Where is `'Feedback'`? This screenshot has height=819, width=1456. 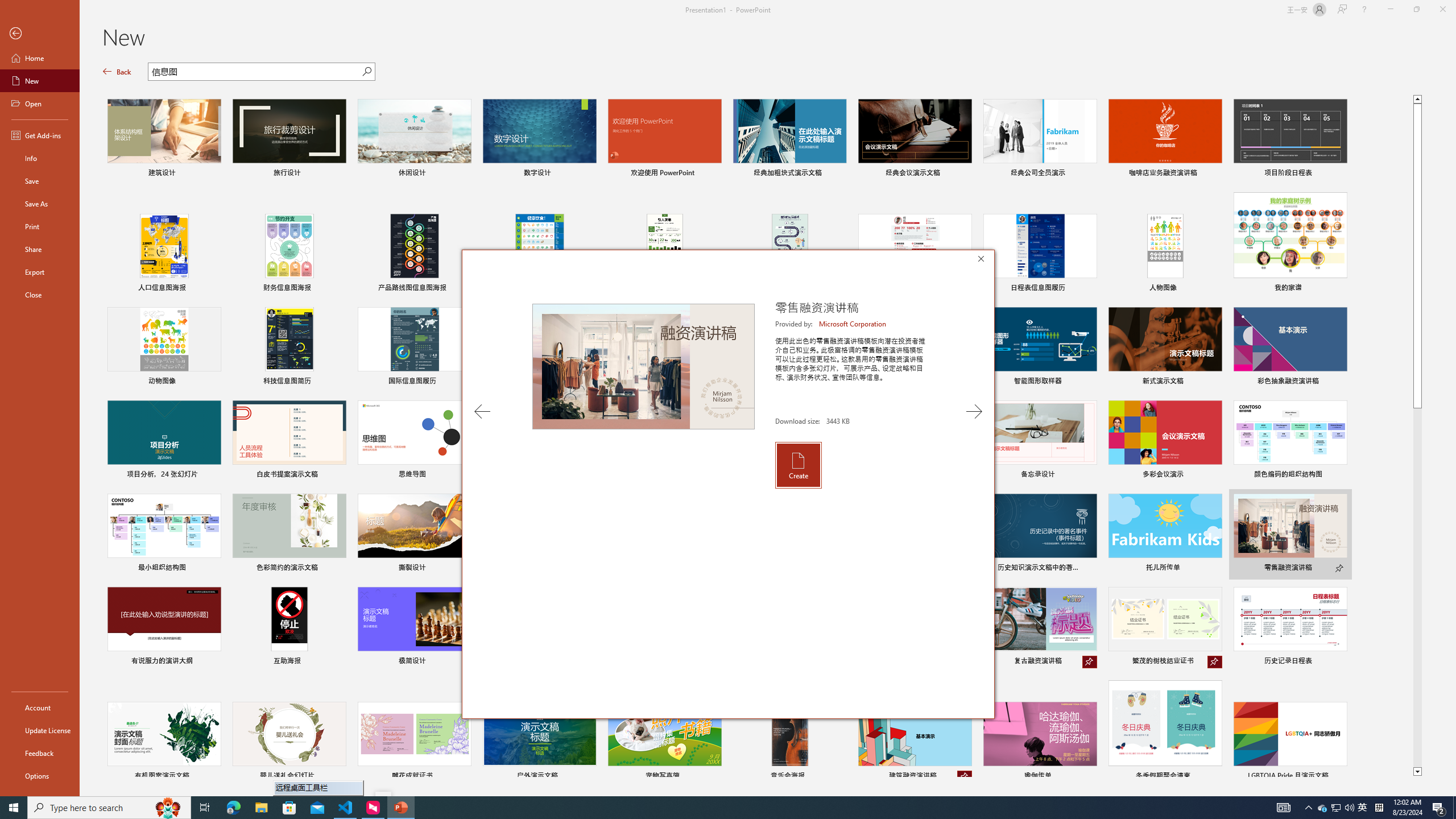
'Feedback' is located at coordinates (39, 753).